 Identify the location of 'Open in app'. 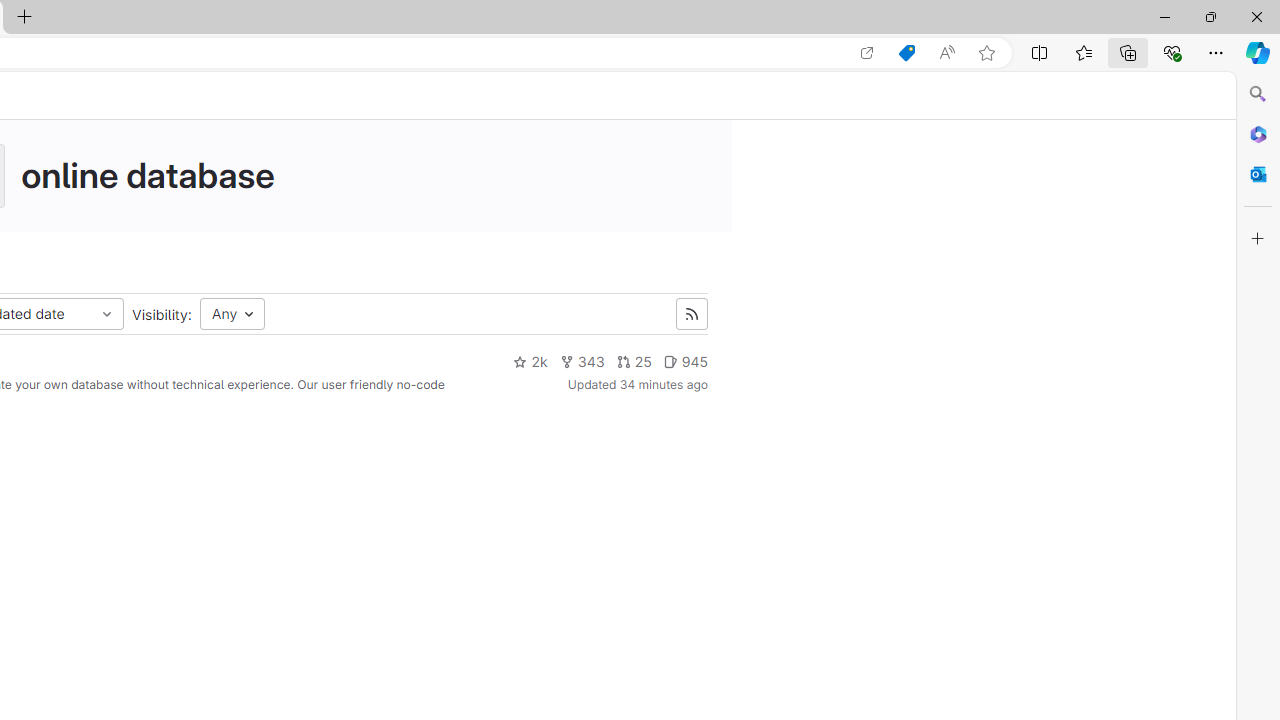
(867, 52).